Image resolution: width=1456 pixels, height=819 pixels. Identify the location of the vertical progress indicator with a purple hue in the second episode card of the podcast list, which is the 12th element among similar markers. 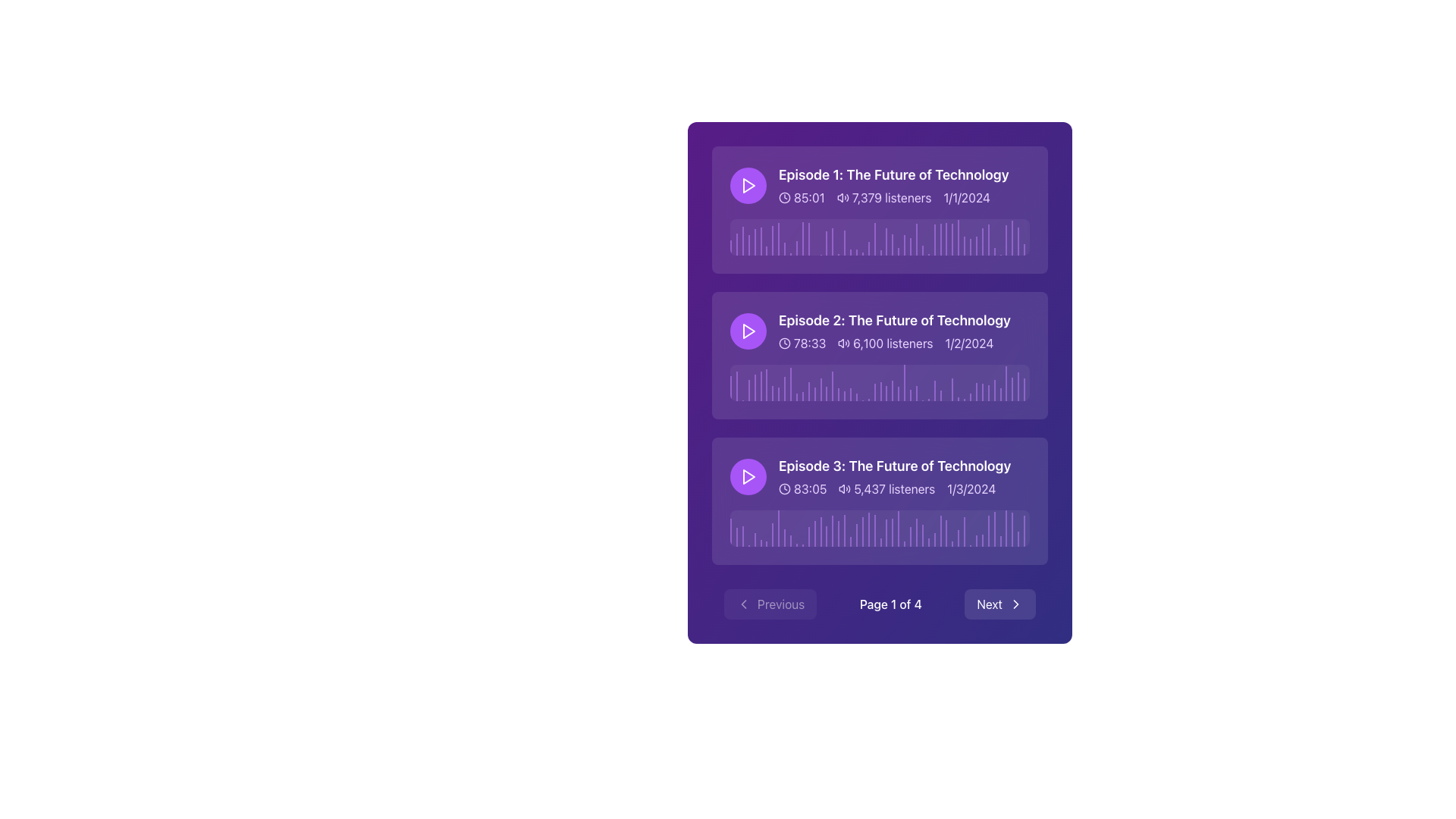
(795, 396).